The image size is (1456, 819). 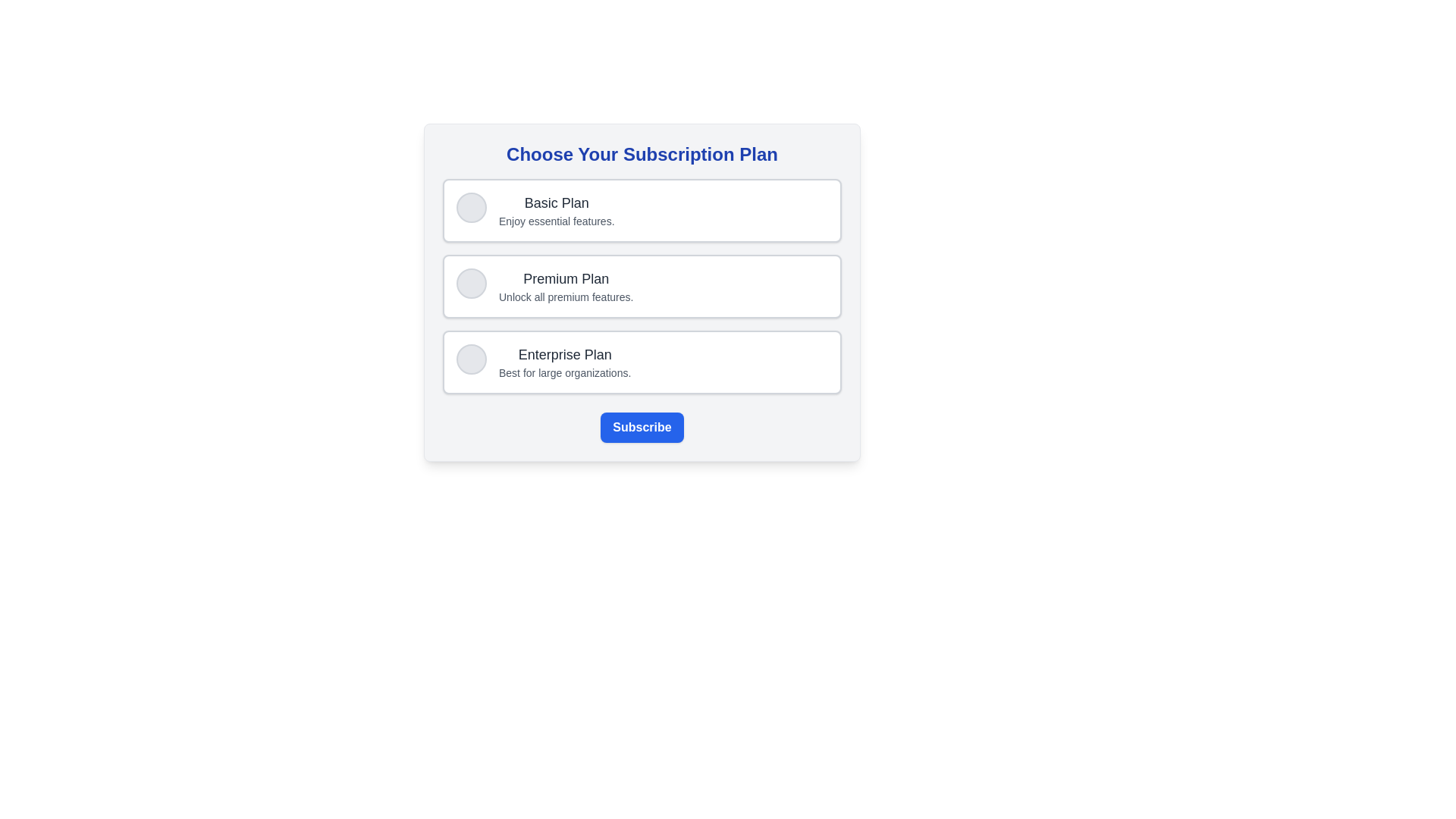 I want to click on the header label for the 'Basic Plan' option, which distinguishes this plan from others in the 'Choose Your Subscription Plan' dialog, so click(x=556, y=202).